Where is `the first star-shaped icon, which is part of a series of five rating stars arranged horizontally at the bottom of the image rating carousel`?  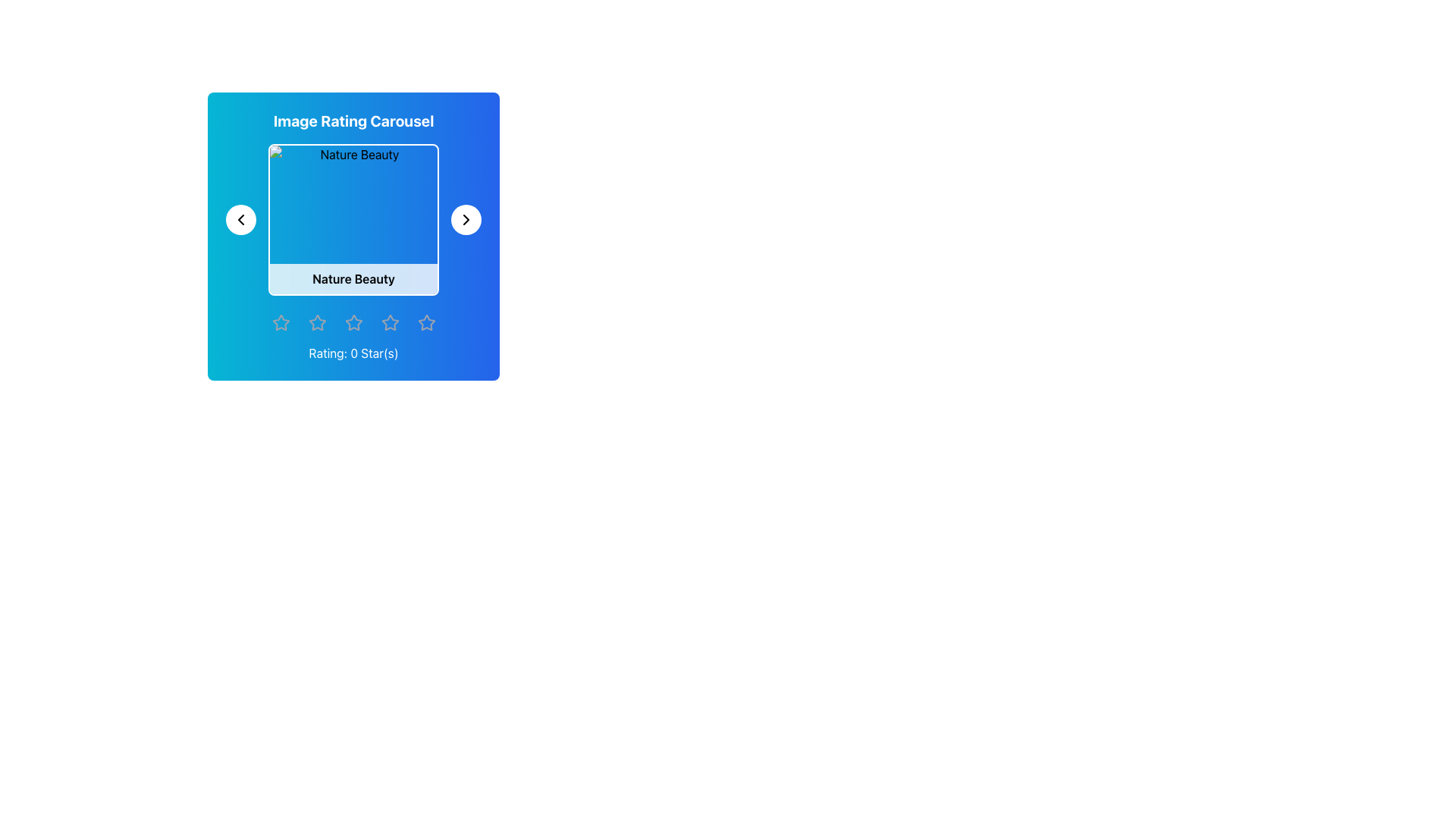 the first star-shaped icon, which is part of a series of five rating stars arranged horizontally at the bottom of the image rating carousel is located at coordinates (281, 322).